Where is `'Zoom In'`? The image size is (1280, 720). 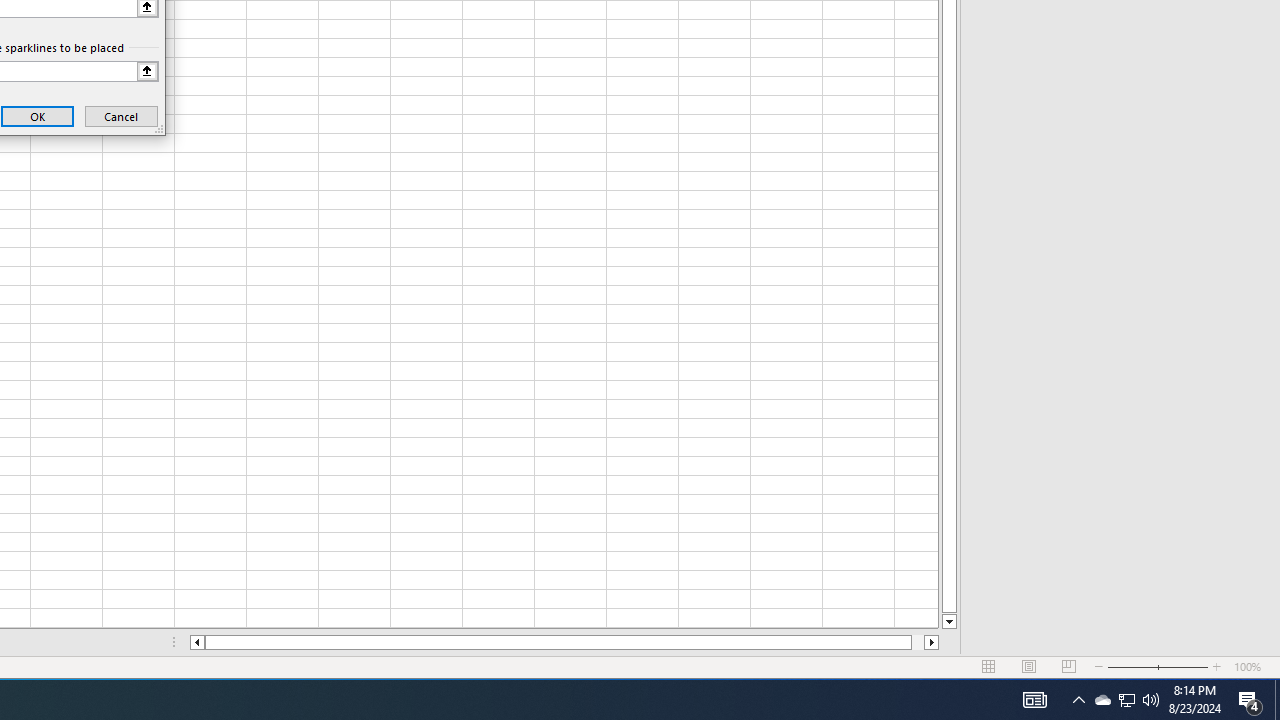
'Zoom In' is located at coordinates (1216, 667).